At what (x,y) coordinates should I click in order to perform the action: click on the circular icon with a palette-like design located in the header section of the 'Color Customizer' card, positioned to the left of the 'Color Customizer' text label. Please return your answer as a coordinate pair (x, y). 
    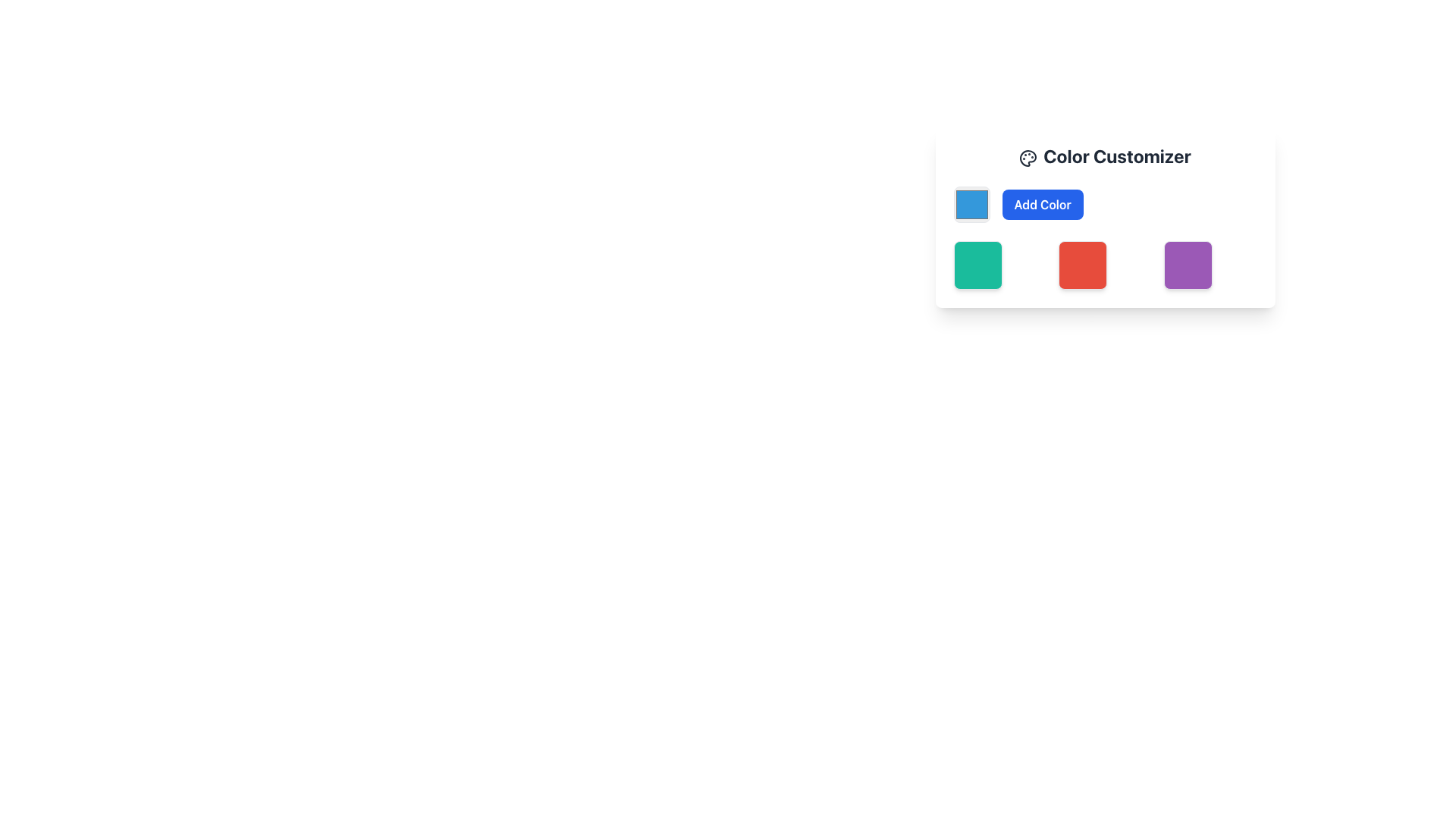
    Looking at the image, I should click on (1028, 158).